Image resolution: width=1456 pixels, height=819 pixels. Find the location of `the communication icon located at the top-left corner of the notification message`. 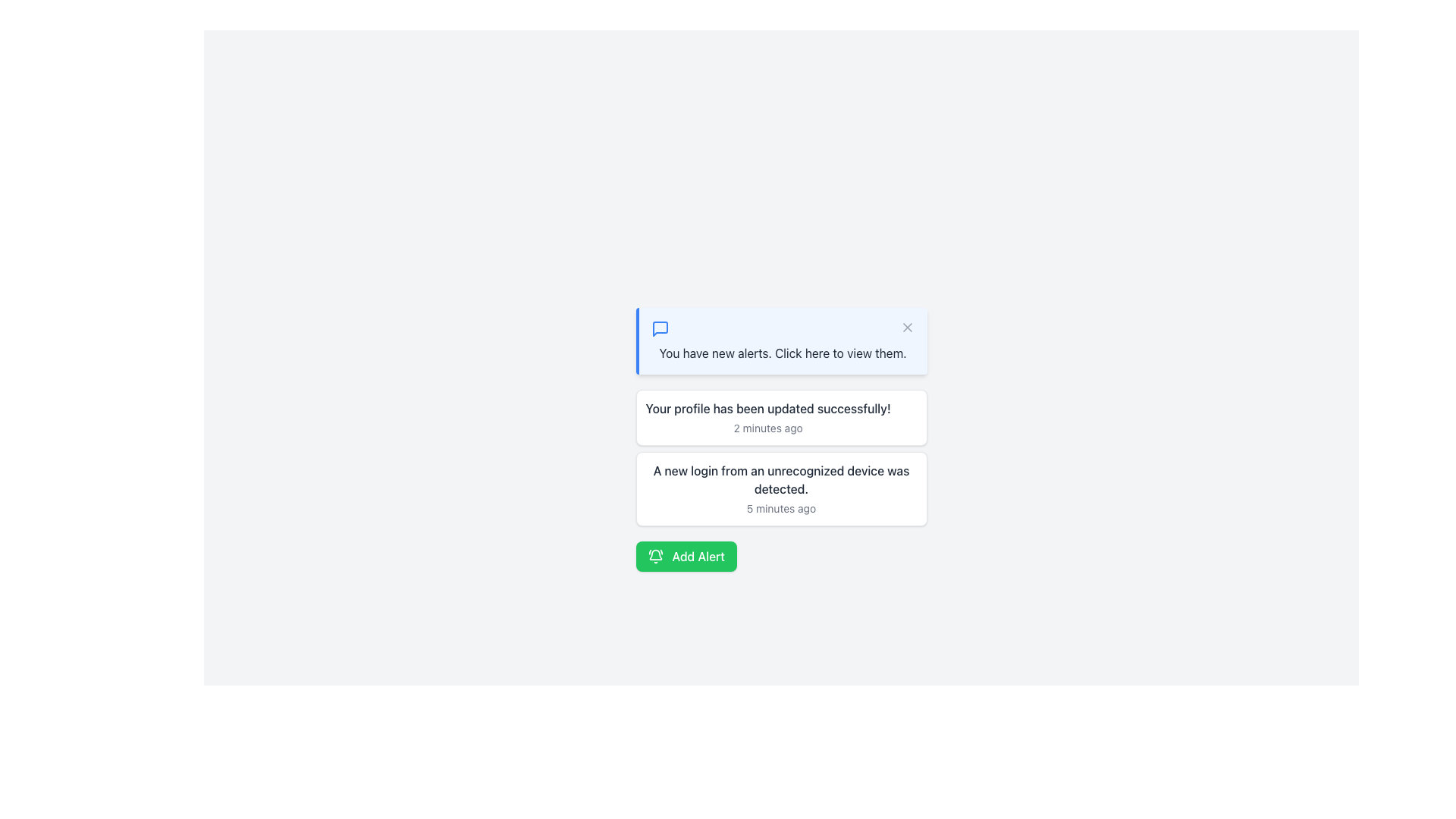

the communication icon located at the top-left corner of the notification message is located at coordinates (660, 328).